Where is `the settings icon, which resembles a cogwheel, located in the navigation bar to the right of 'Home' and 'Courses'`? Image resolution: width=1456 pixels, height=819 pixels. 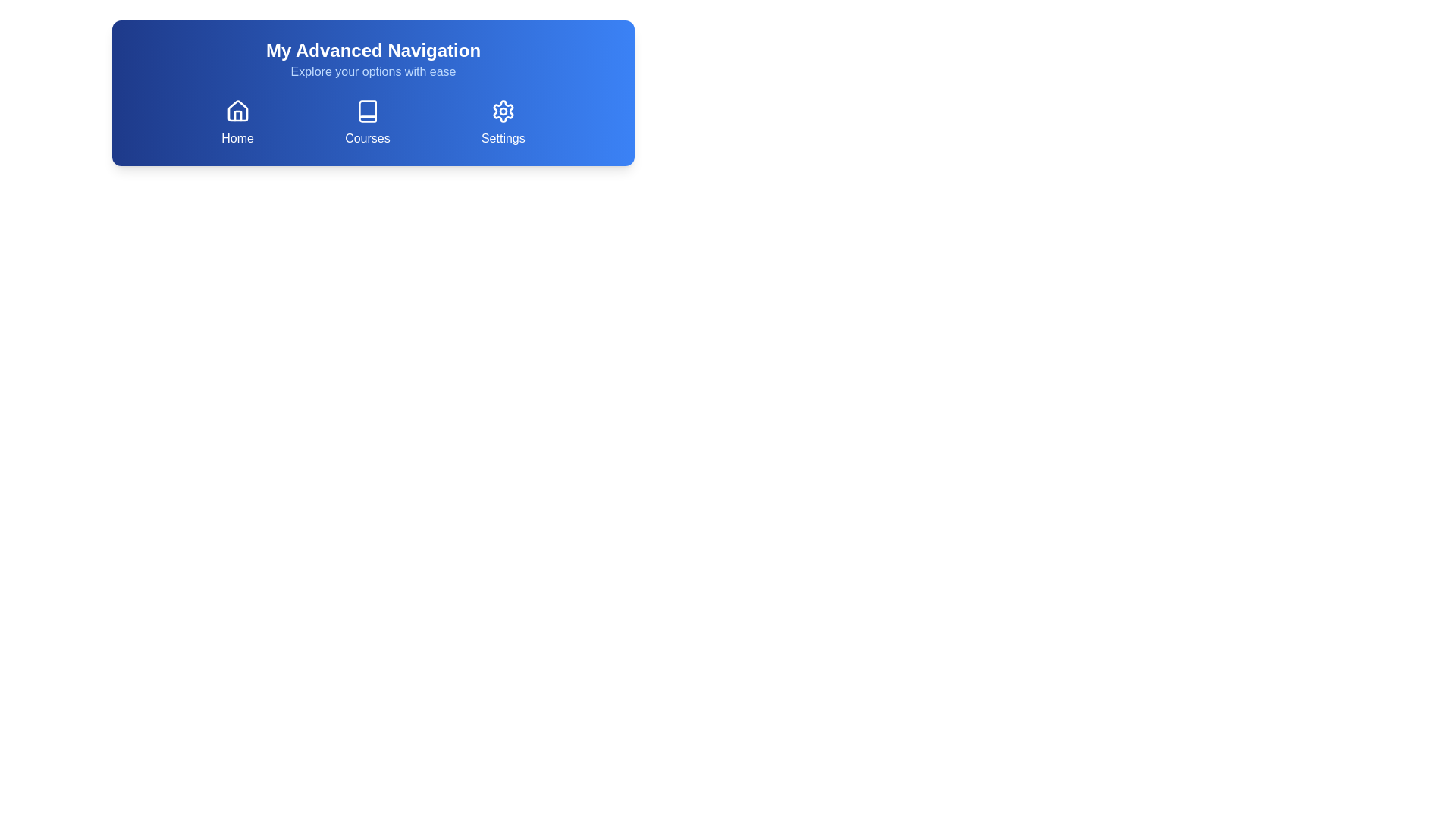
the settings icon, which resembles a cogwheel, located in the navigation bar to the right of 'Home' and 'Courses' is located at coordinates (503, 110).